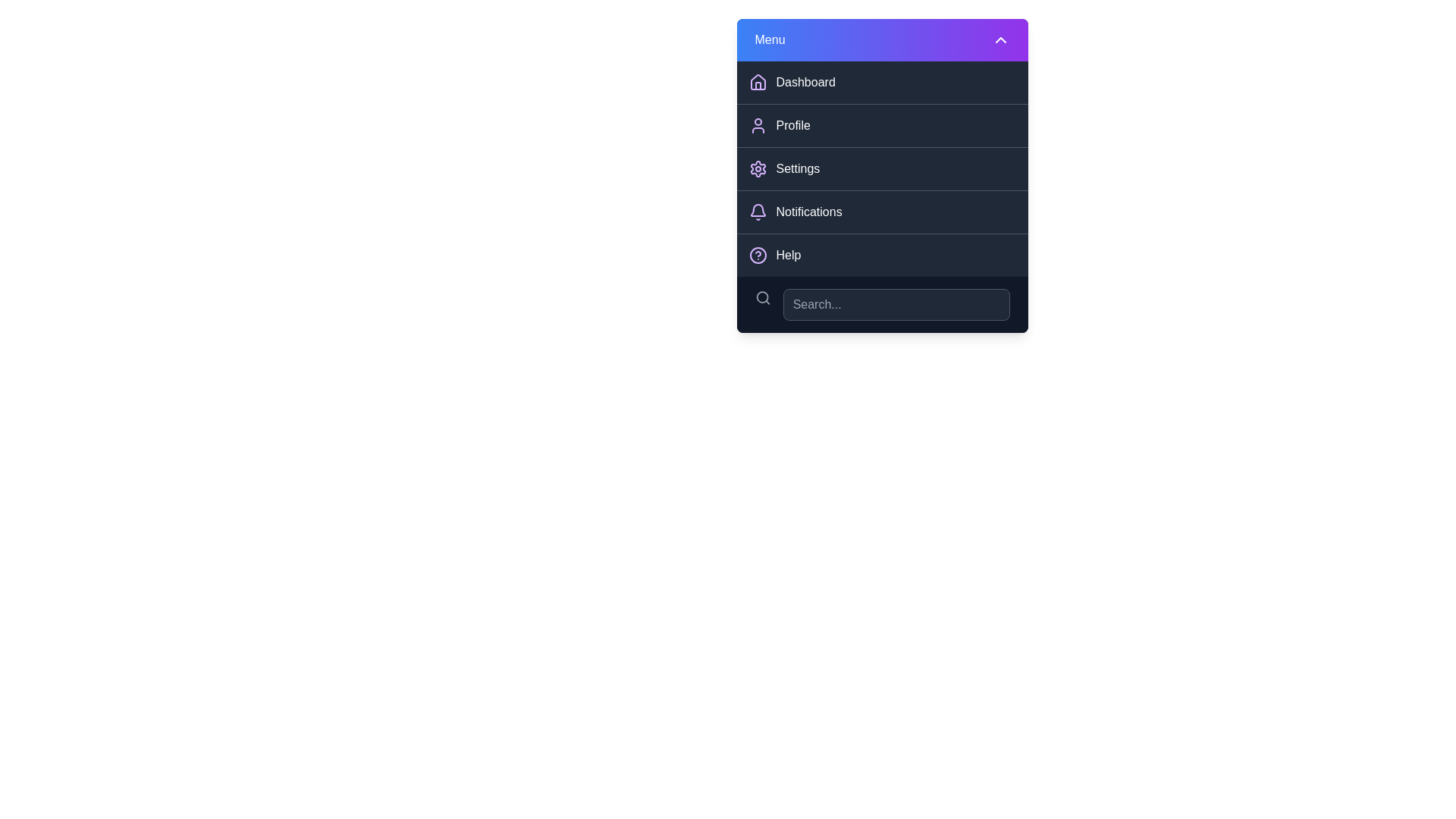 The width and height of the screenshot is (1456, 819). What do you see at coordinates (882, 254) in the screenshot?
I see `the help button located at the bottom right of the dropdown menu, which includes options like 'Dashboard', 'Profile', 'Settings', and 'Notifications'` at bounding box center [882, 254].